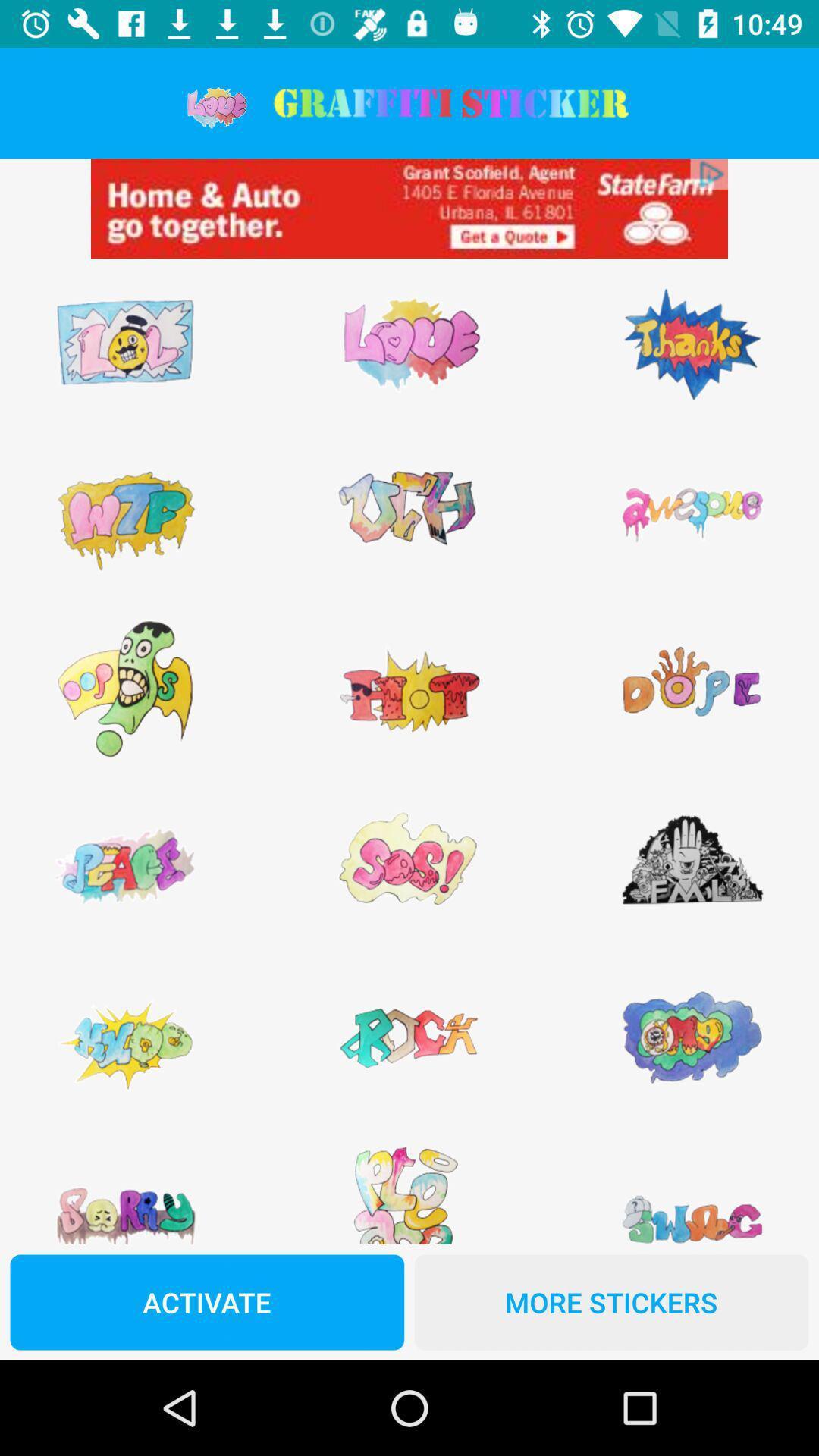 The width and height of the screenshot is (819, 1456). What do you see at coordinates (409, 208) in the screenshot?
I see `advertisements are displayed` at bounding box center [409, 208].